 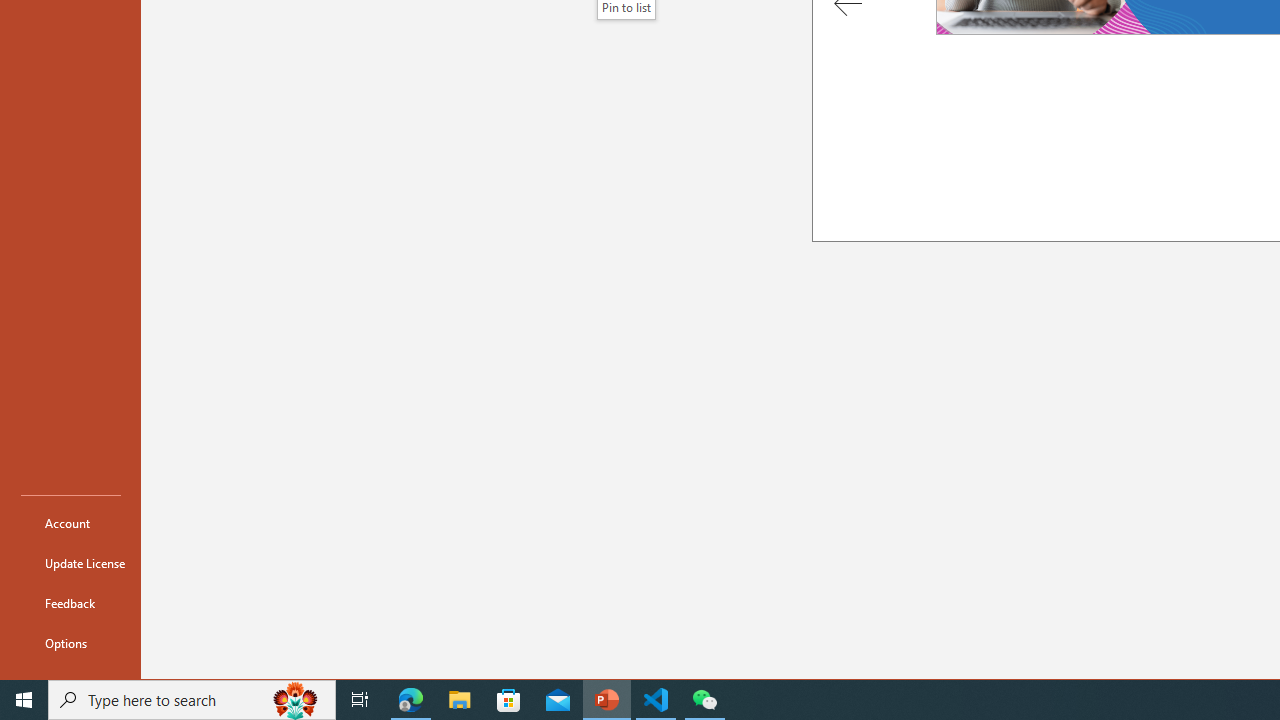 What do you see at coordinates (71, 602) in the screenshot?
I see `'Feedback'` at bounding box center [71, 602].